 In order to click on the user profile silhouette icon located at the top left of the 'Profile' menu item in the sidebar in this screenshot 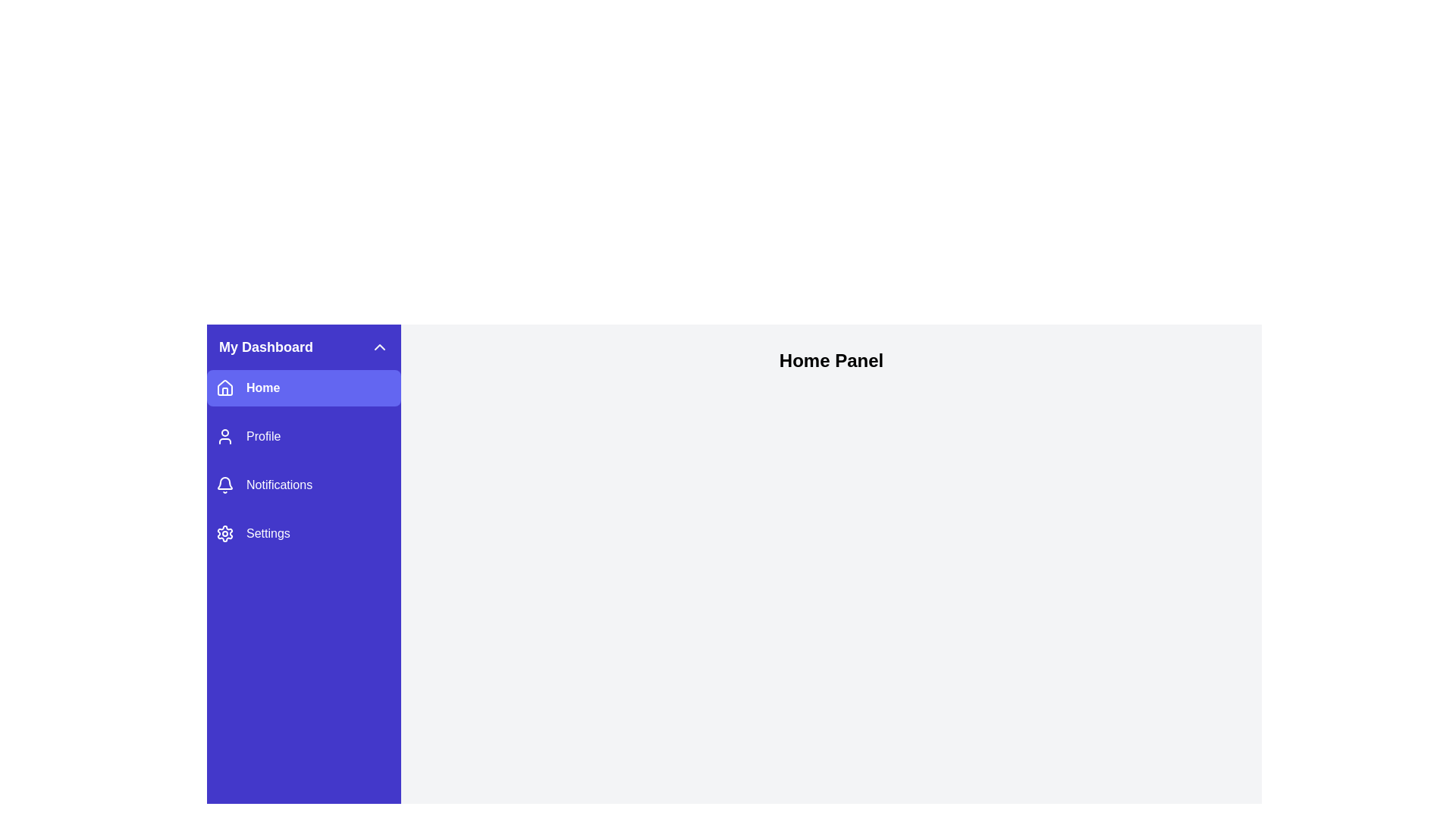, I will do `click(224, 436)`.